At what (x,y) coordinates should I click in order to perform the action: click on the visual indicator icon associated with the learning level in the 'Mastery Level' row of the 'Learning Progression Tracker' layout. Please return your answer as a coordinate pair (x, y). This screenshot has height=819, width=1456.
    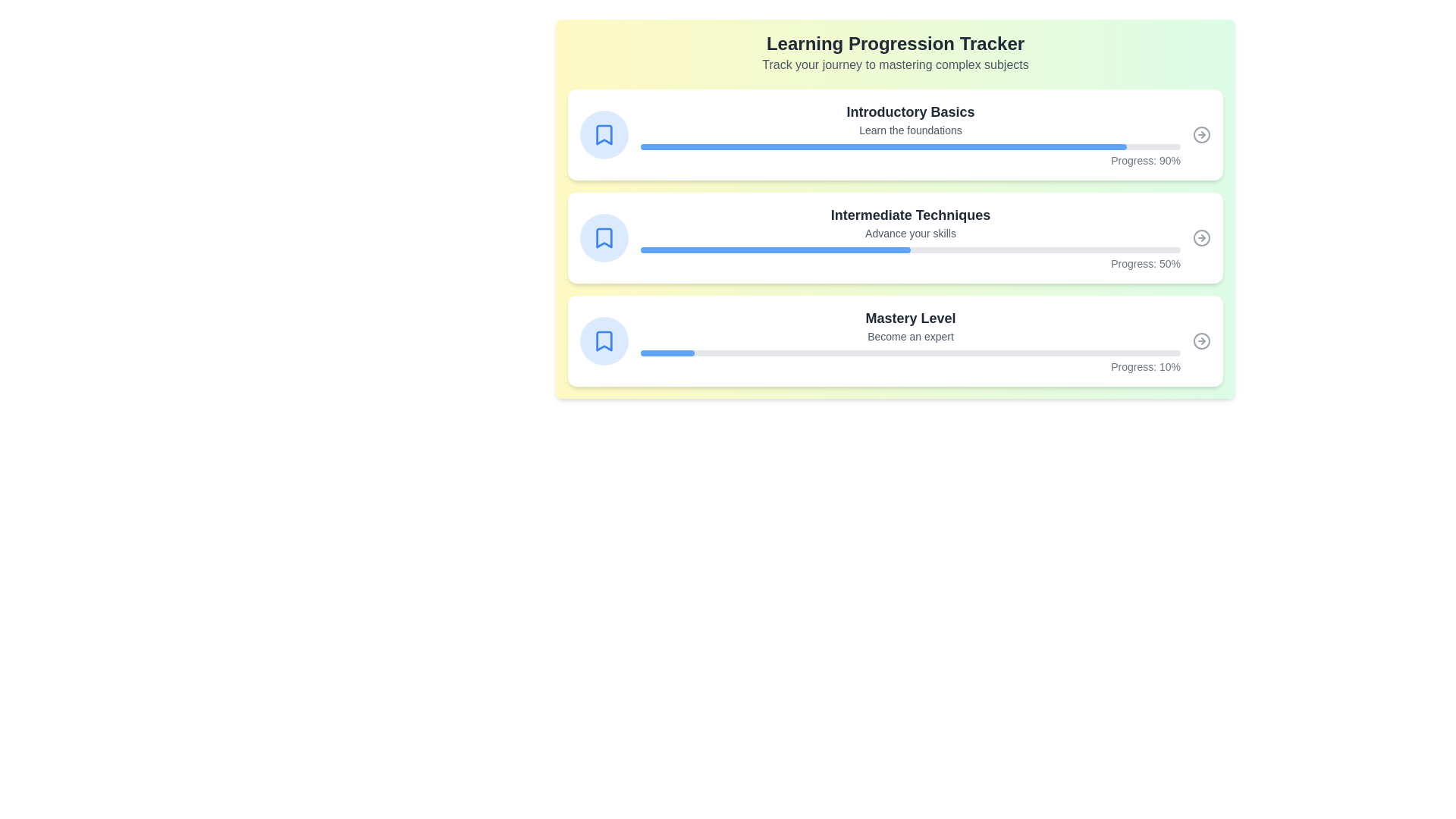
    Looking at the image, I should click on (603, 341).